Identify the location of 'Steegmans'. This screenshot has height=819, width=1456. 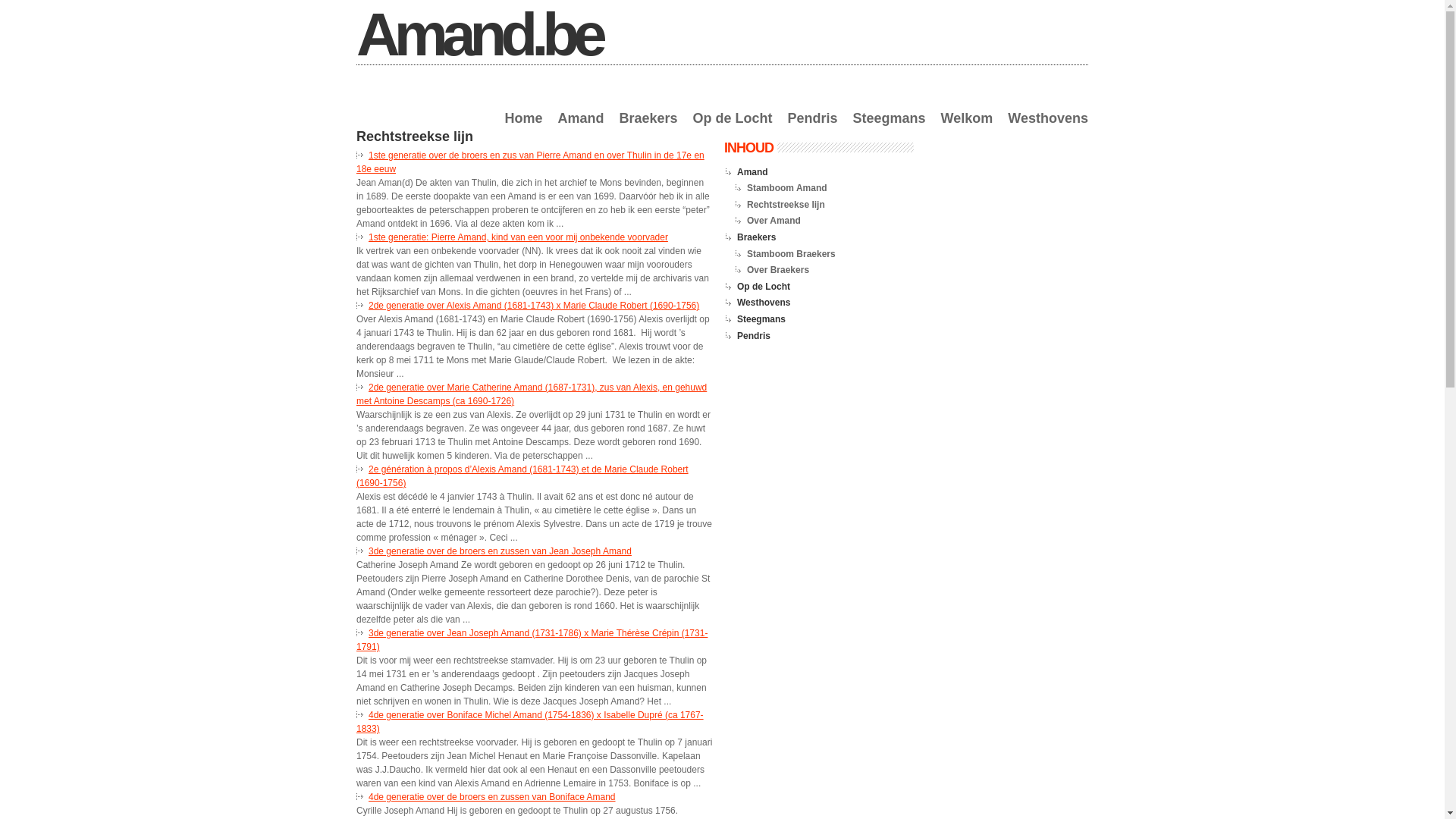
(889, 126).